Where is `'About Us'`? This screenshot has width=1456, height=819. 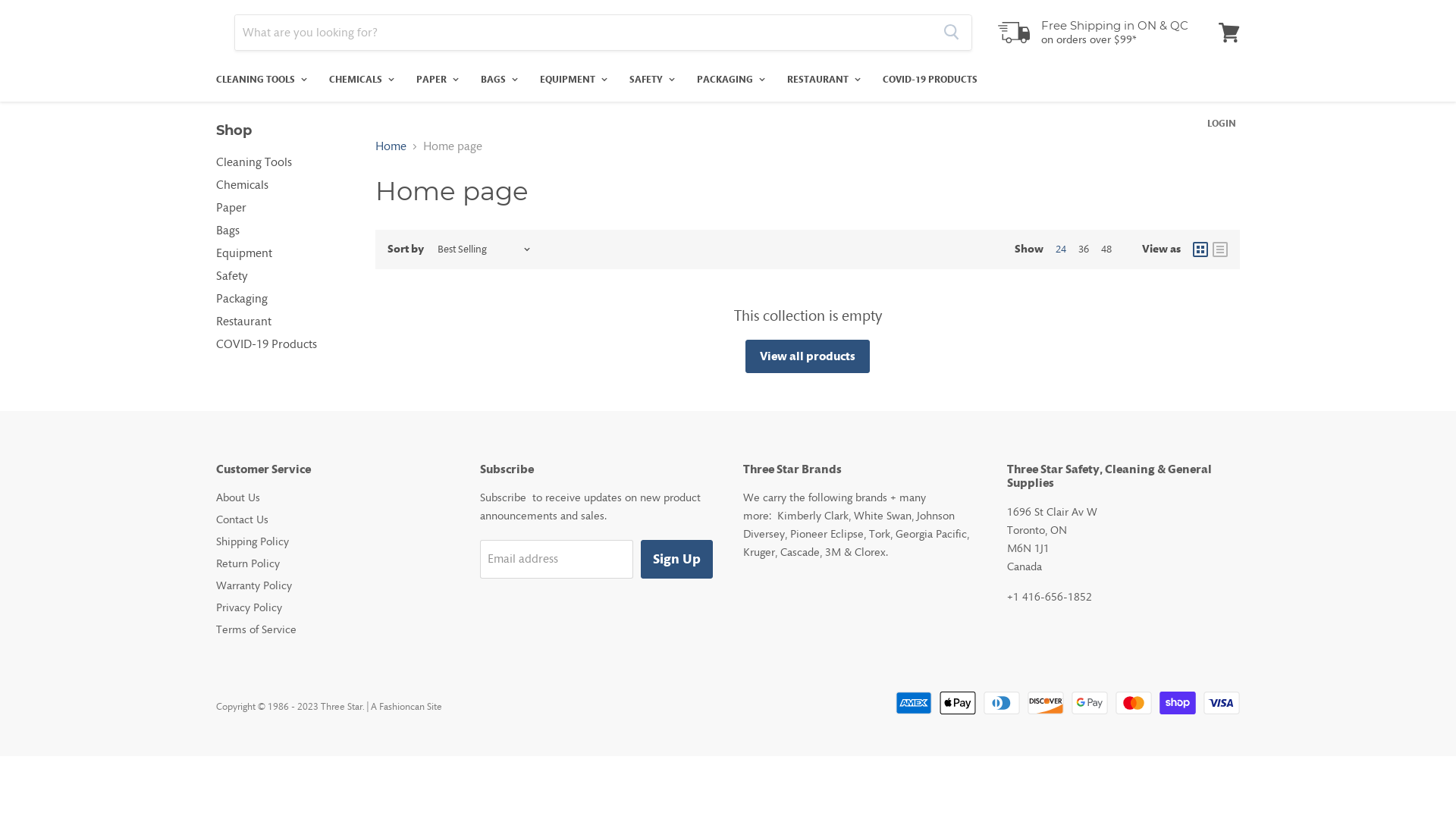 'About Us' is located at coordinates (237, 497).